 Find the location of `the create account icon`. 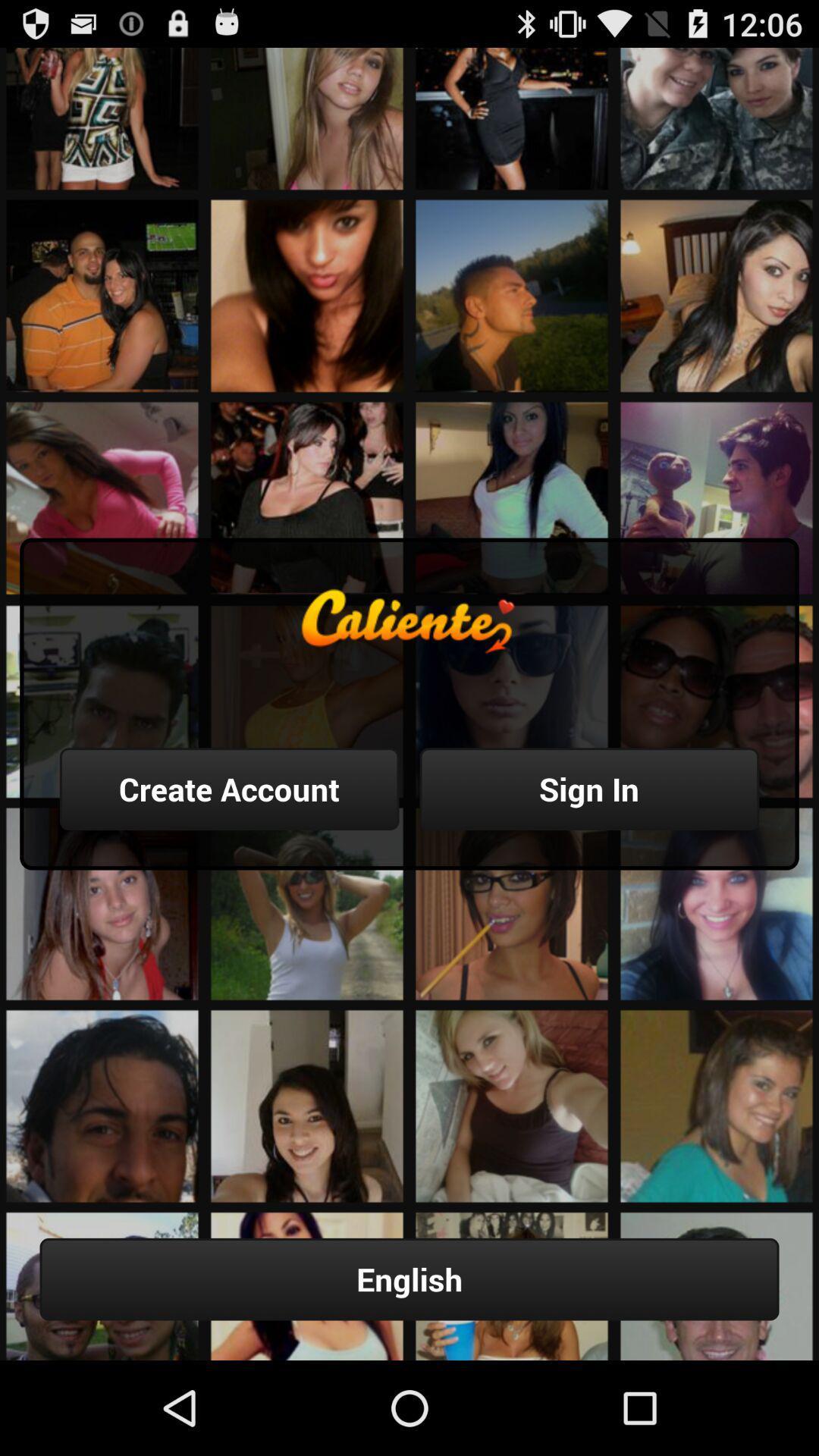

the create account icon is located at coordinates (229, 789).